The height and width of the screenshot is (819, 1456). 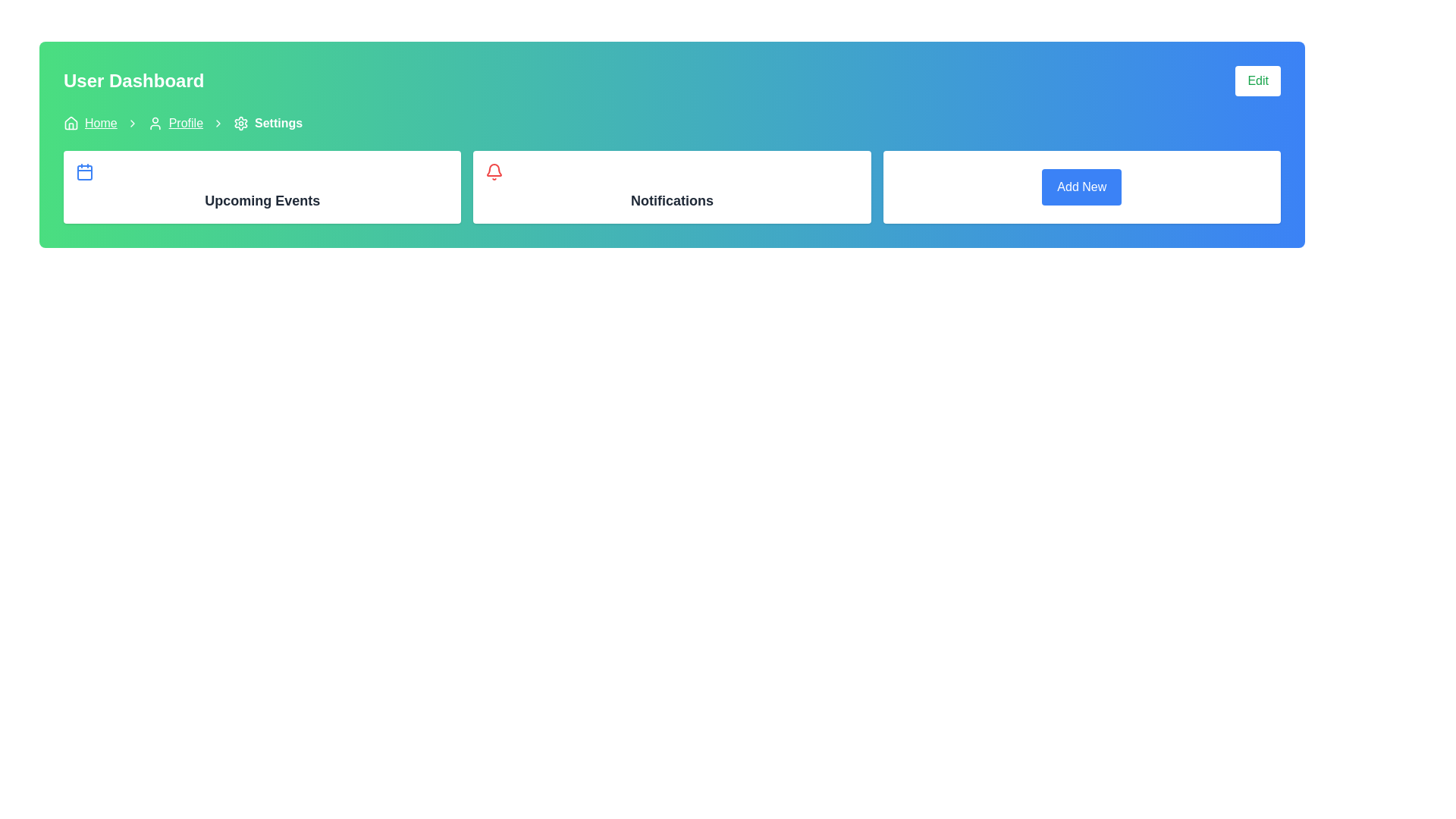 I want to click on the 'Settings' icon located in the breadcrumb navigation bar at the top left of the User Dashboard, so click(x=240, y=122).